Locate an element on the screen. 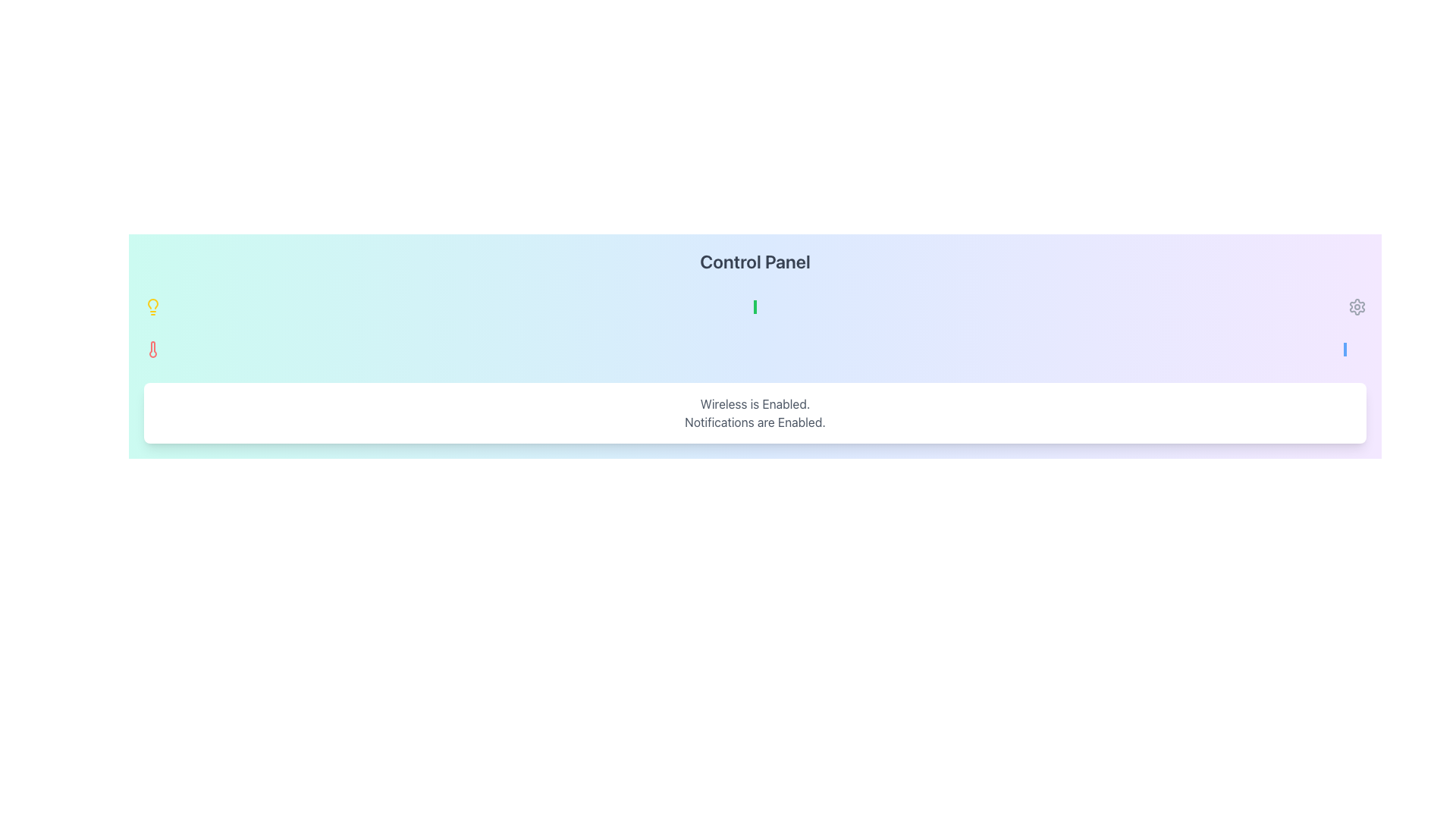  the gear-shaped icon representing the settings button located on the right end of the control panel is located at coordinates (1357, 307).